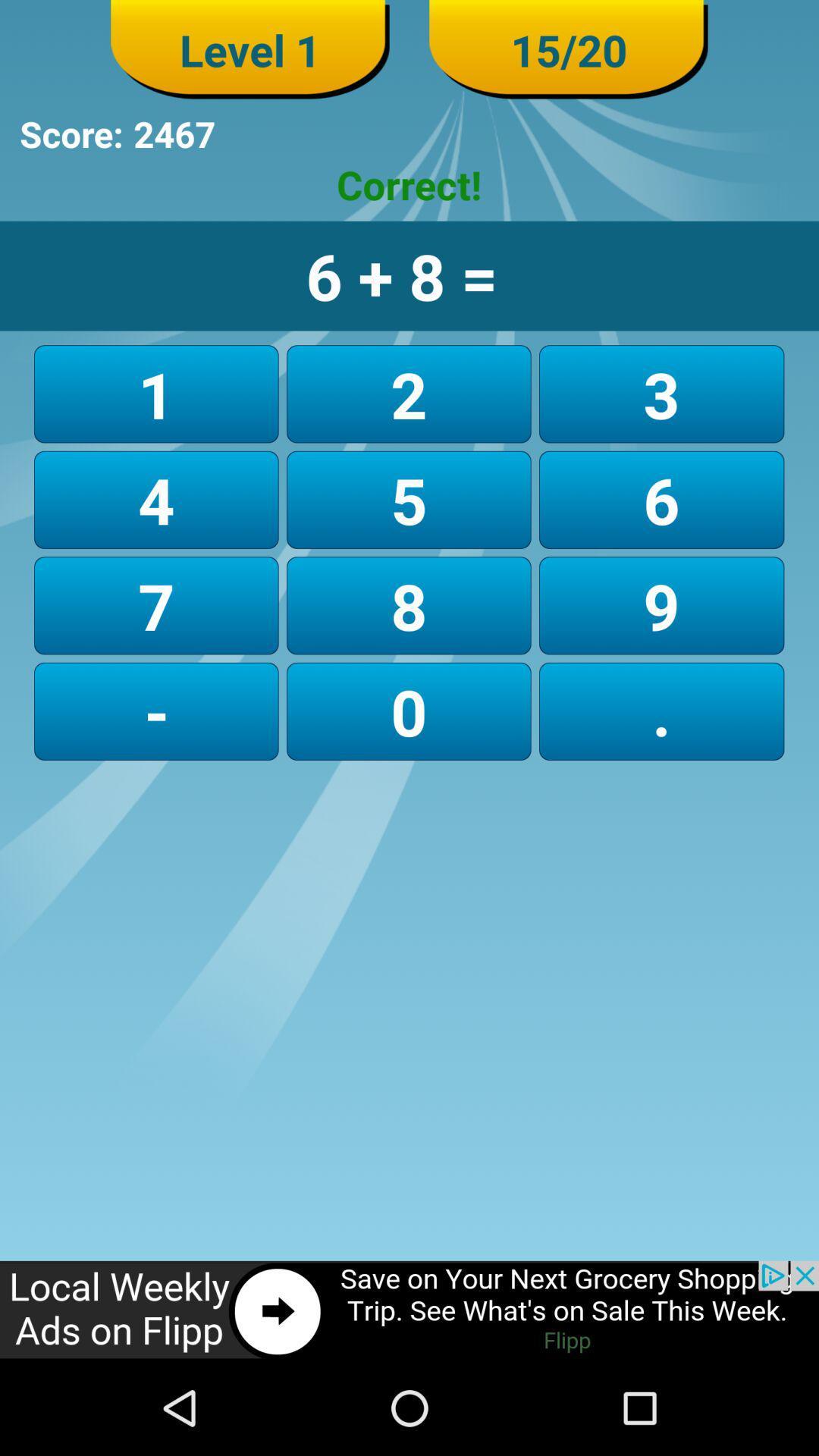 The image size is (819, 1456). What do you see at coordinates (661, 394) in the screenshot?
I see `3 icon` at bounding box center [661, 394].